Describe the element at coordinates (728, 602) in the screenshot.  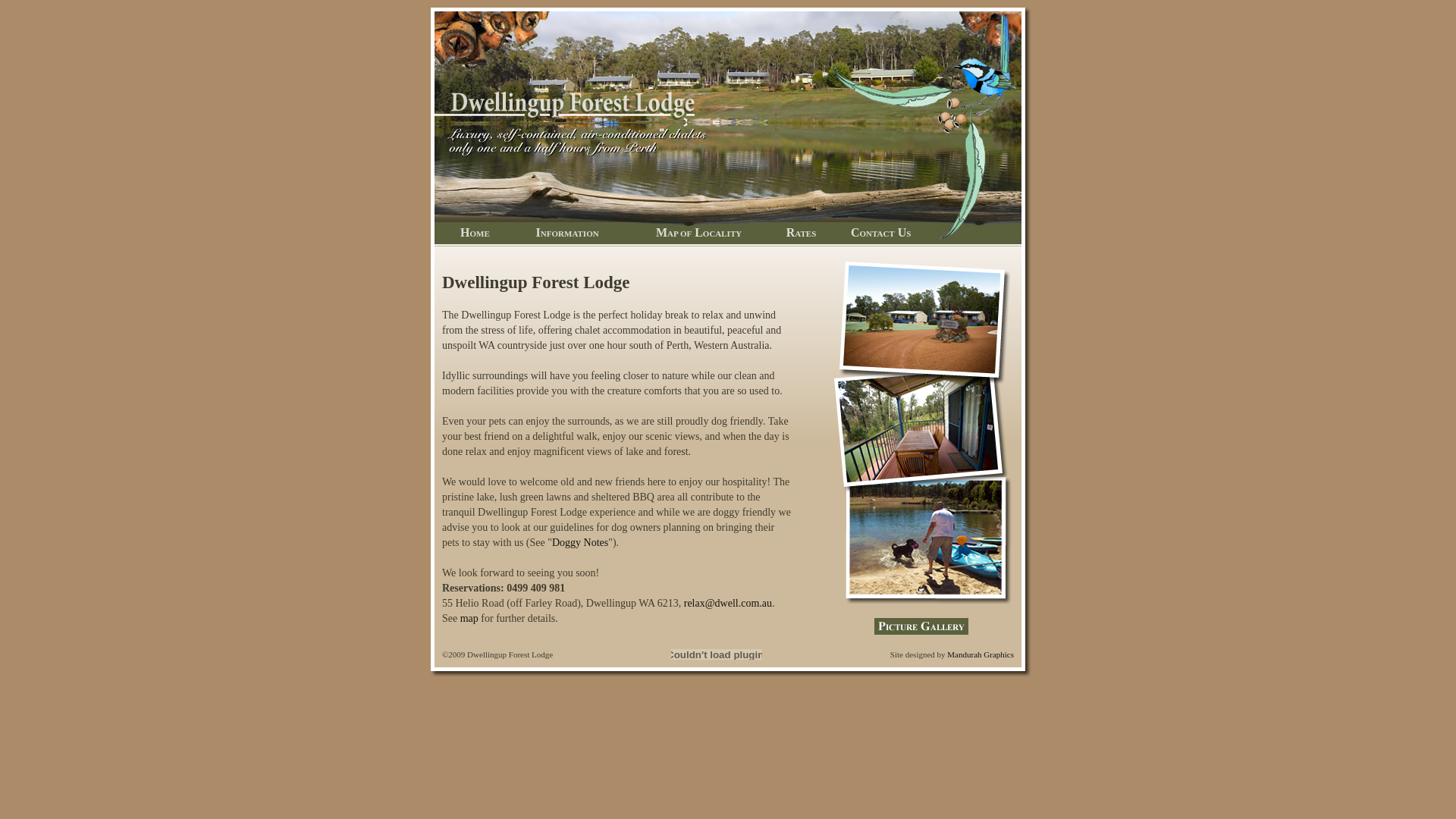
I see `'relax@dwell.com.au'` at that location.